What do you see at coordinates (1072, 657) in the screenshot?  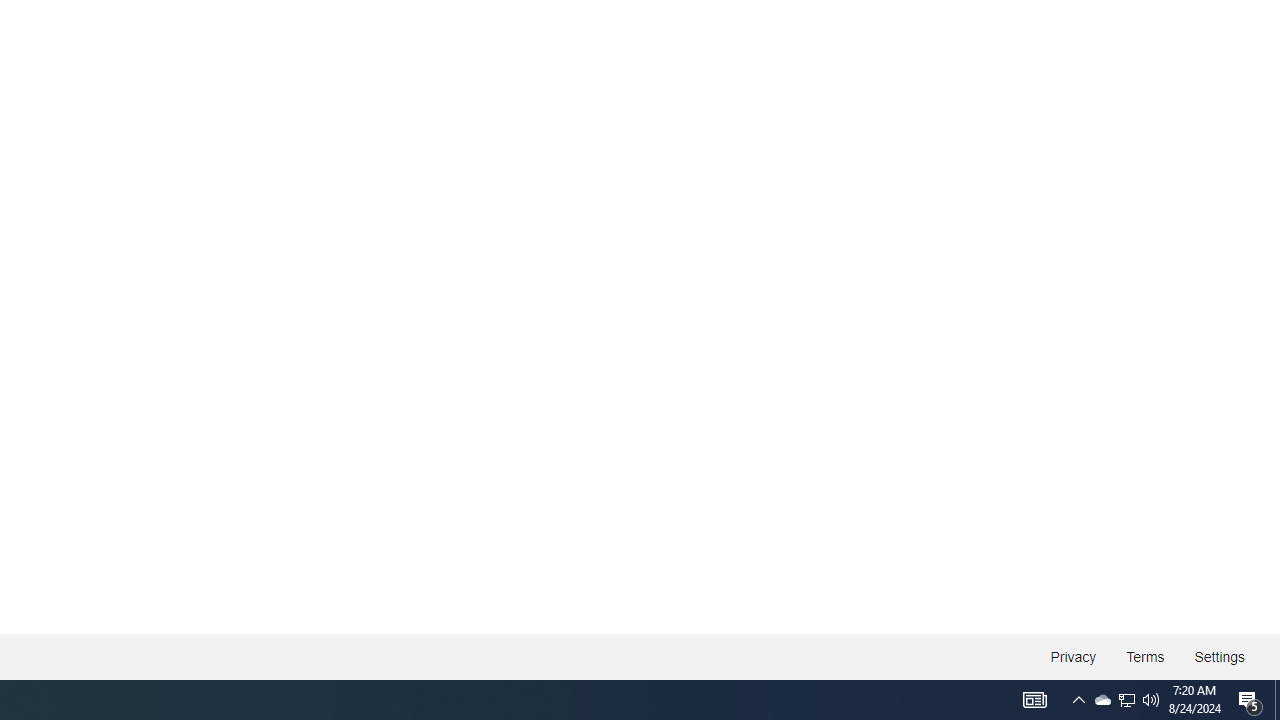 I see `'Privacy'` at bounding box center [1072, 657].